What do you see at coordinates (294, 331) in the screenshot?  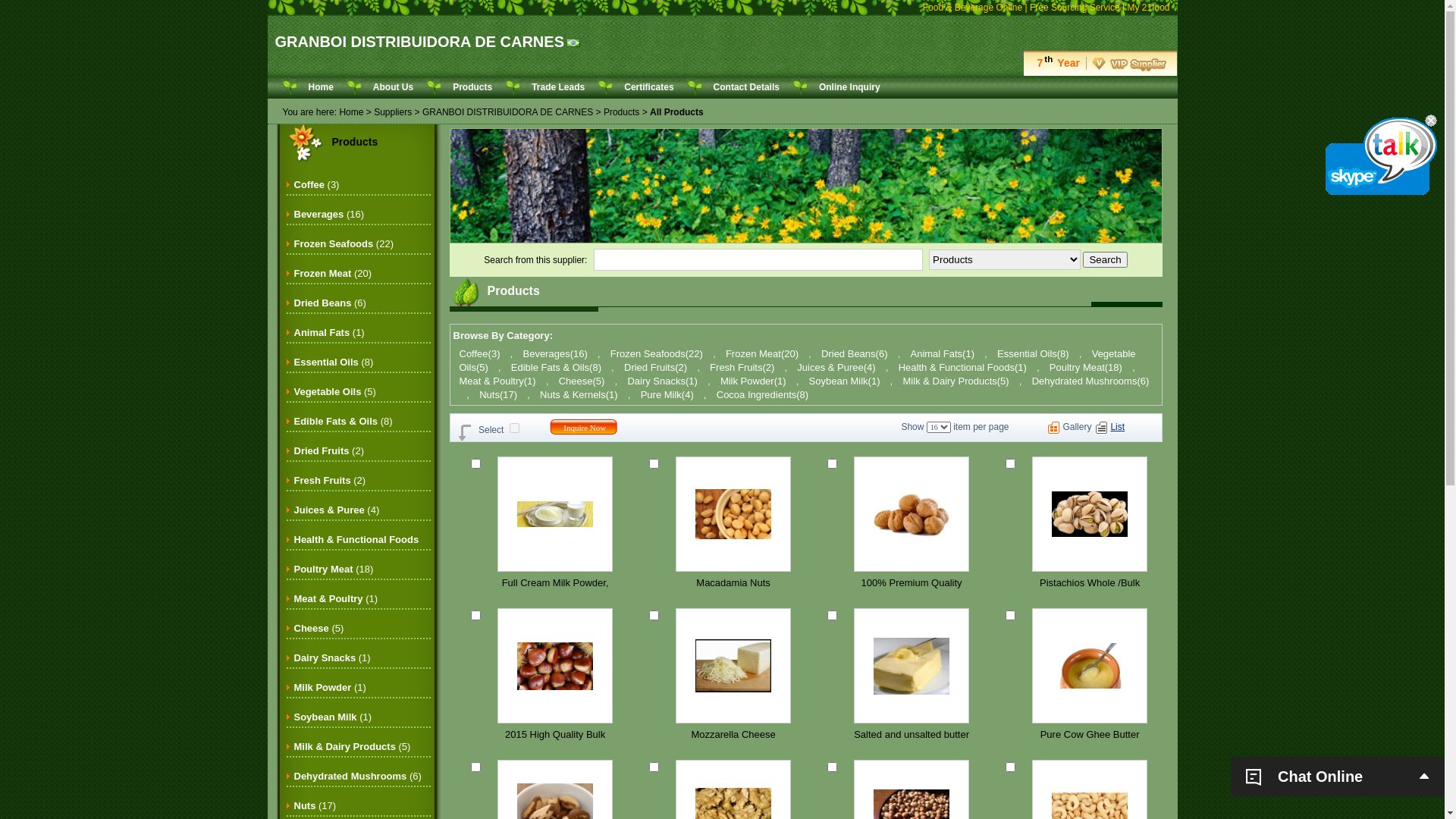 I see `'Animal Fats (1)'` at bounding box center [294, 331].